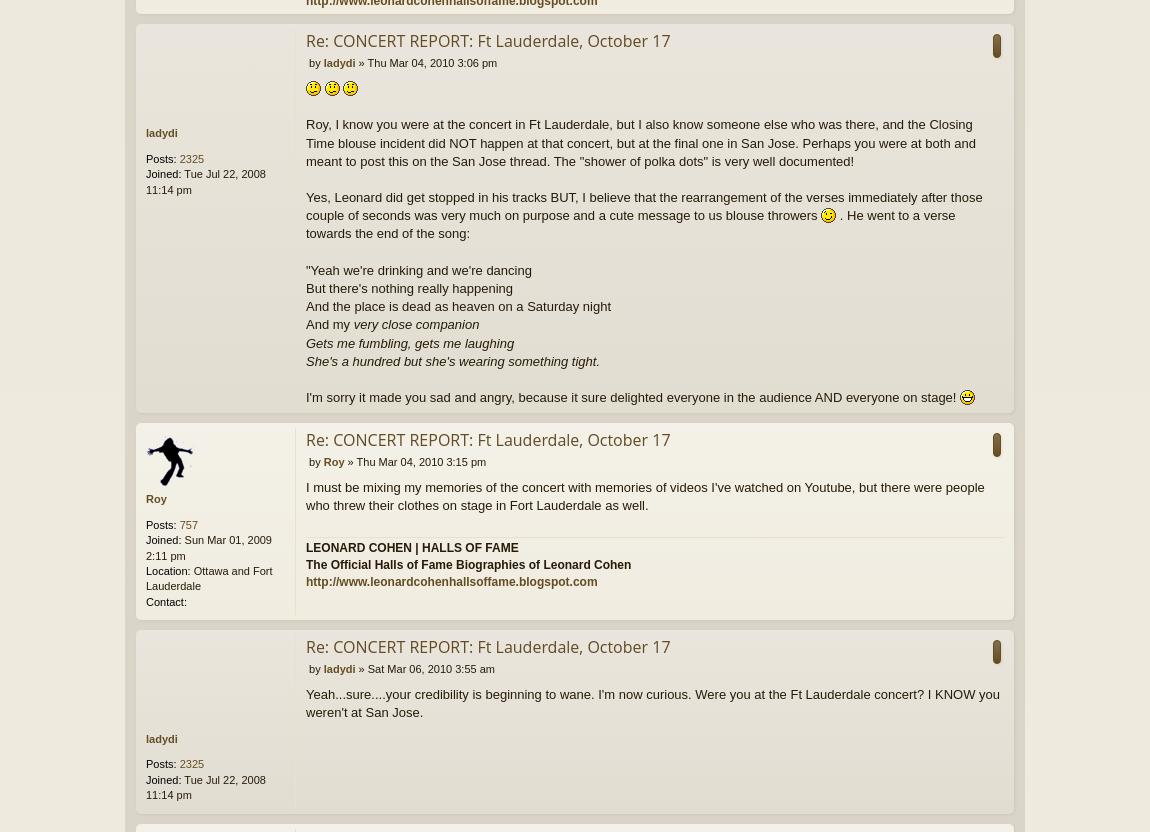  What do you see at coordinates (145, 547) in the screenshot?
I see `'Sun Mar 01, 2009 2:11 pm'` at bounding box center [145, 547].